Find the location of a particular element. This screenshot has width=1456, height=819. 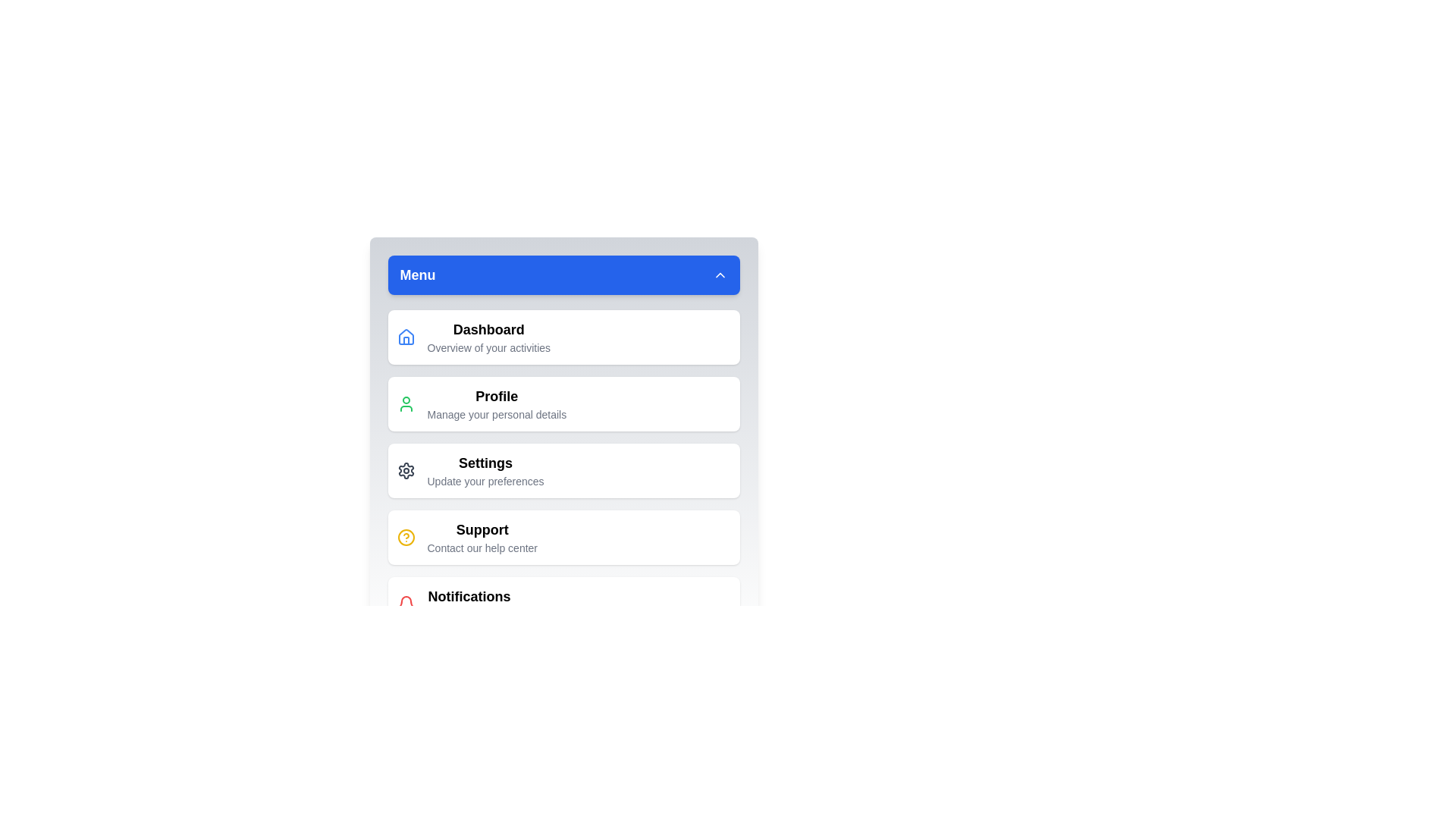

the gear icon located in the top-left corner of the 'Settings' tile as a visual cue is located at coordinates (406, 470).